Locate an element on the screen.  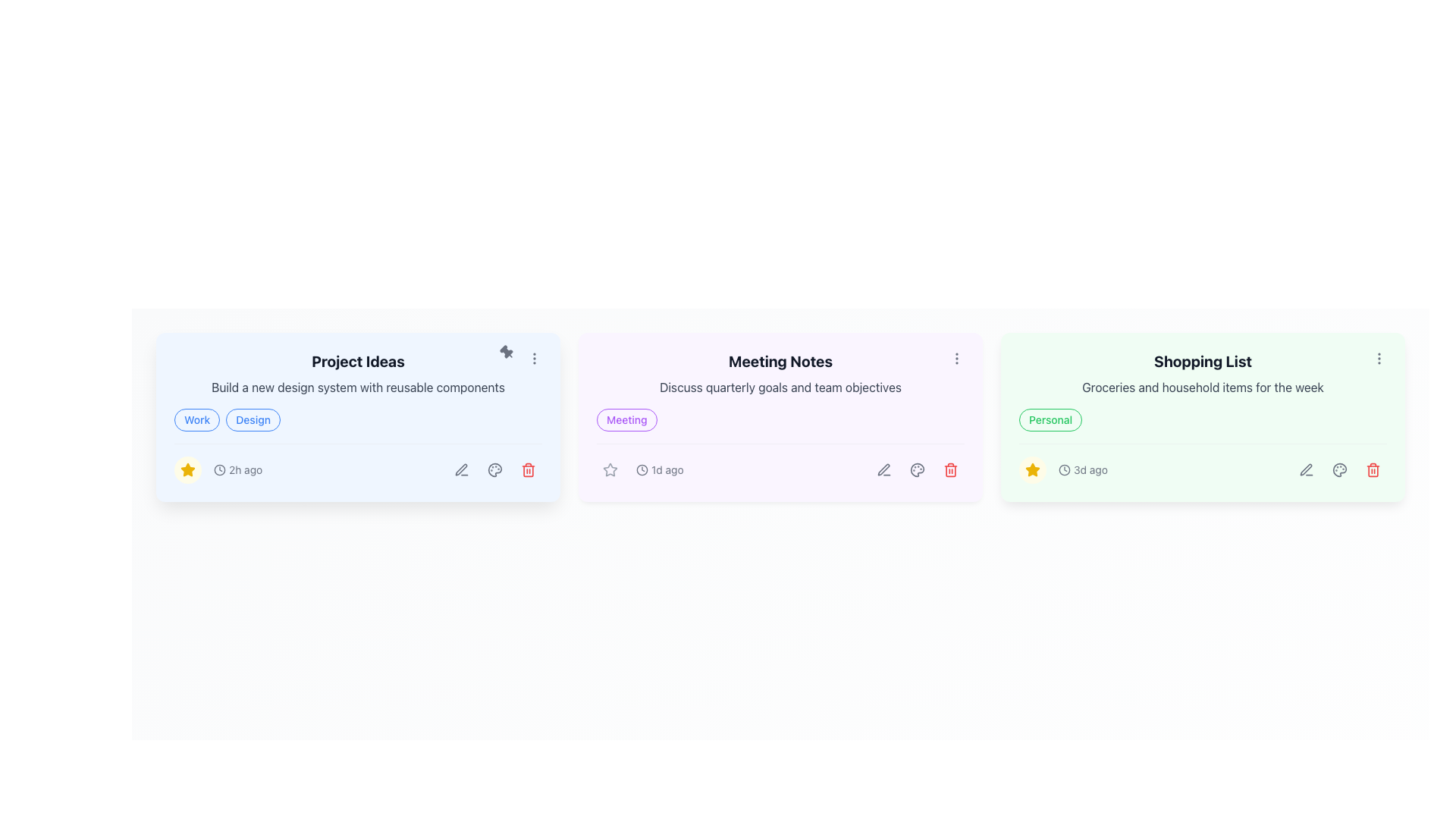
the Circular SVG element located in the lower-left area of the 'Project Ideas' card, styled with a simple stroke and no fill, within the clock icon is located at coordinates (218, 469).